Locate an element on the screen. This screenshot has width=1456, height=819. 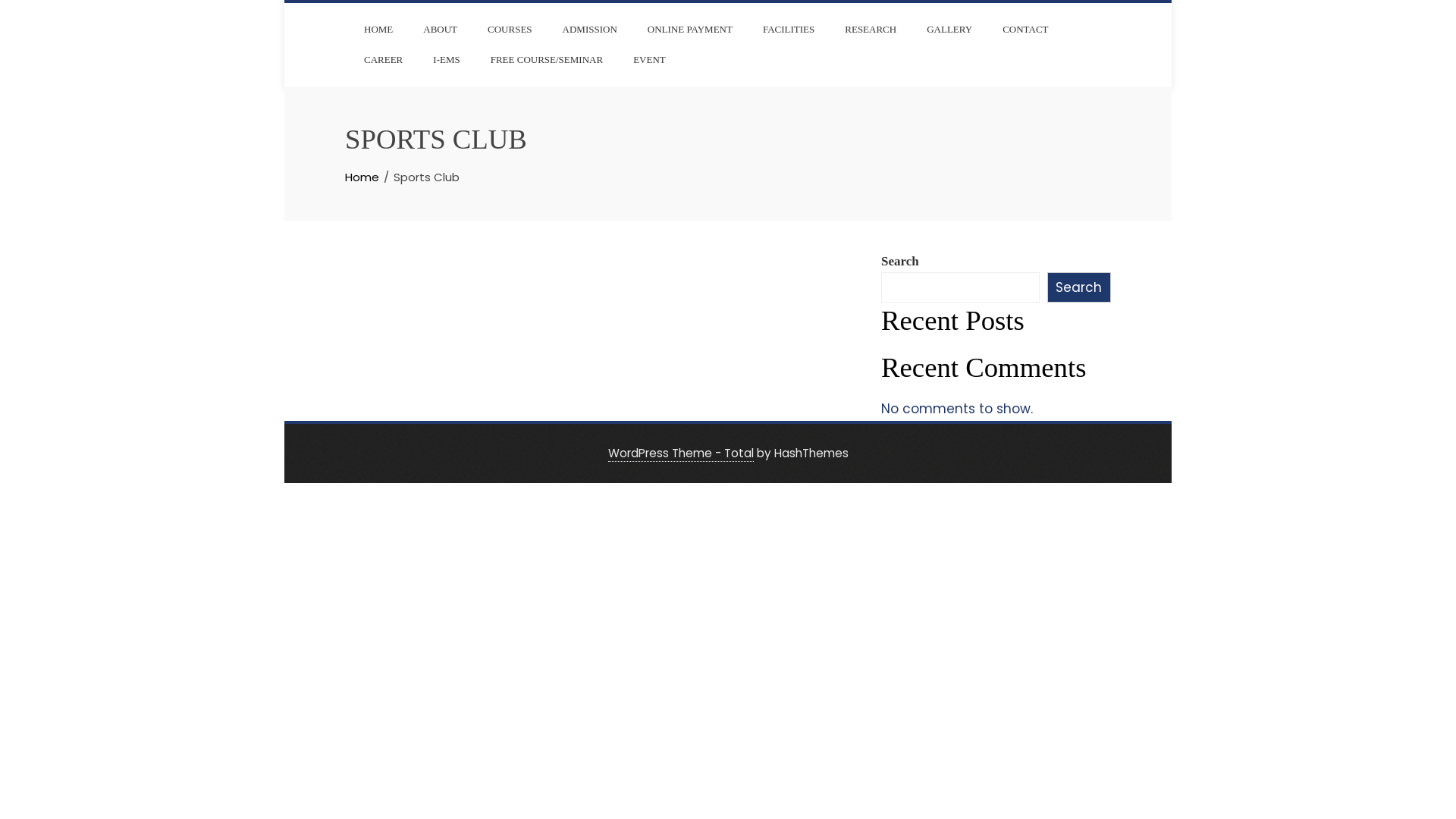
'RESEARCH' is located at coordinates (870, 29).